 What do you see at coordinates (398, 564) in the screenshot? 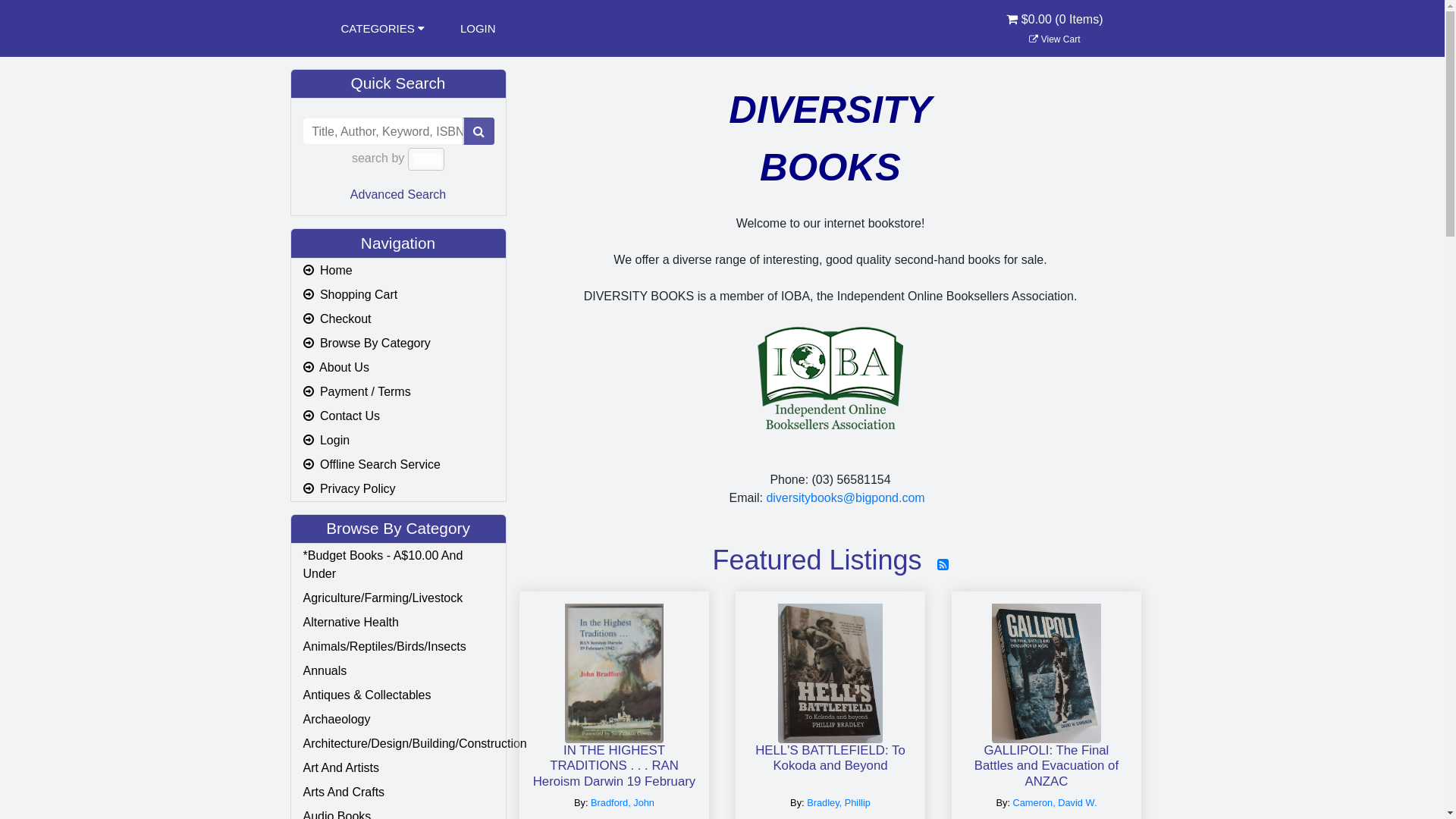
I see `'*Budget Books - A$10.00 And Under'` at bounding box center [398, 564].